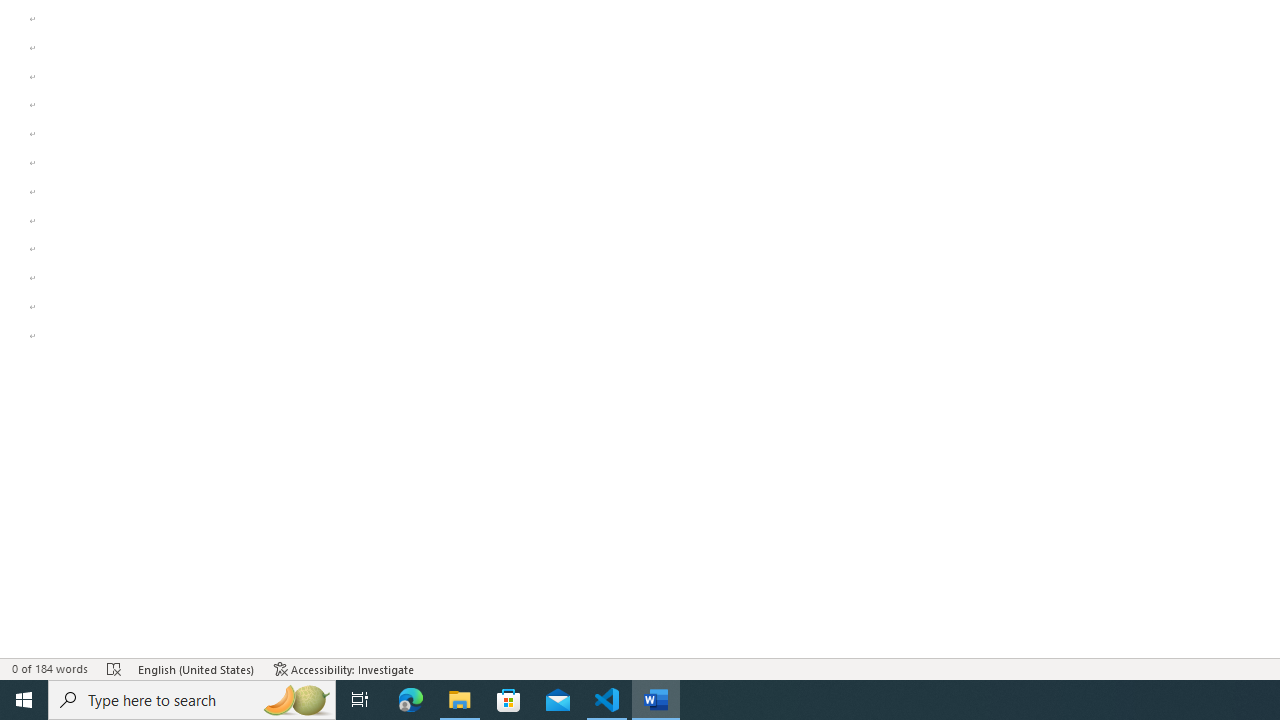 Image resolution: width=1280 pixels, height=720 pixels. Describe the element at coordinates (359, 698) in the screenshot. I see `'Task View'` at that location.